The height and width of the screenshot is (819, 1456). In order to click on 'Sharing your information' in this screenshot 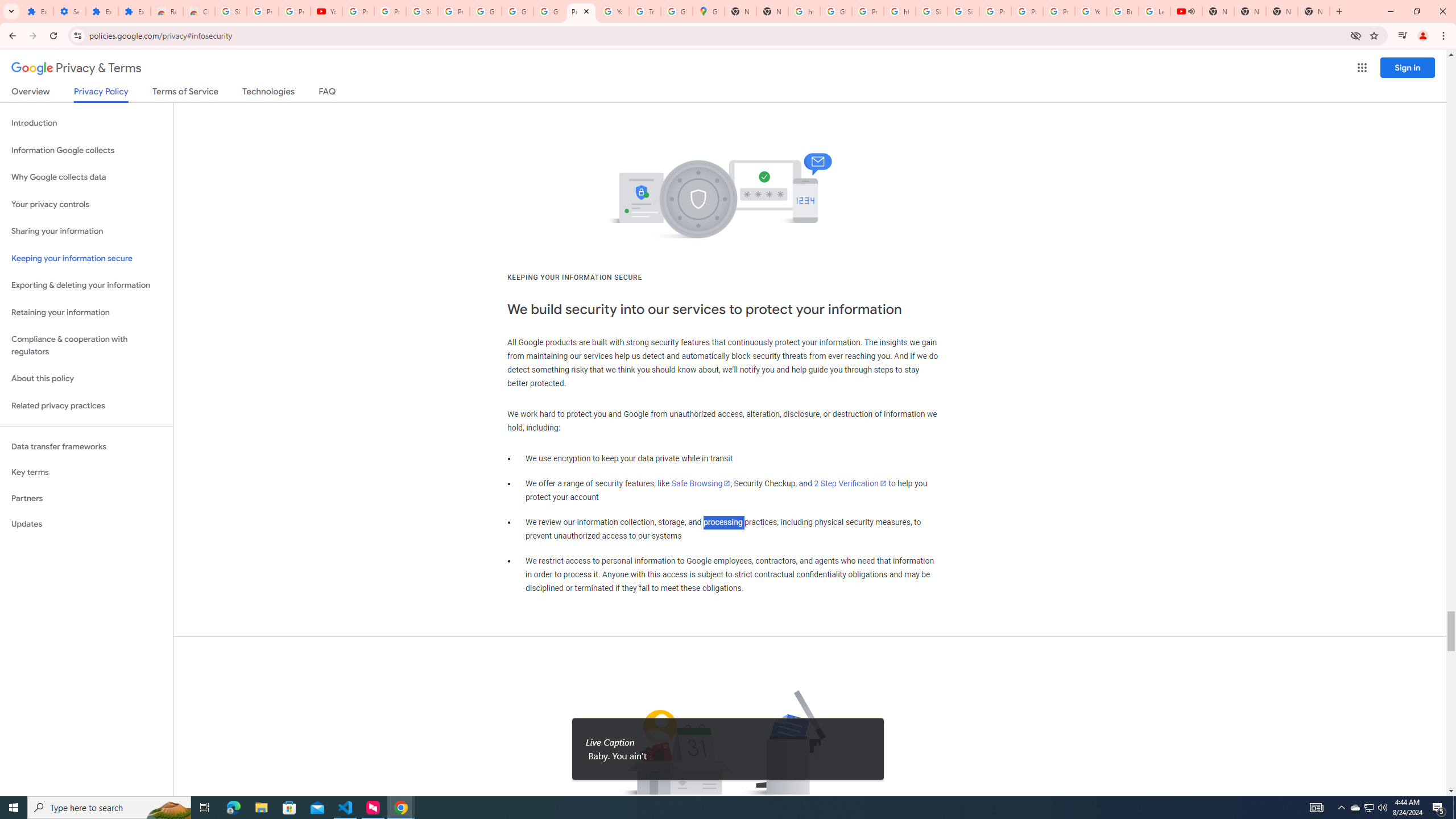, I will do `click(86, 230)`.